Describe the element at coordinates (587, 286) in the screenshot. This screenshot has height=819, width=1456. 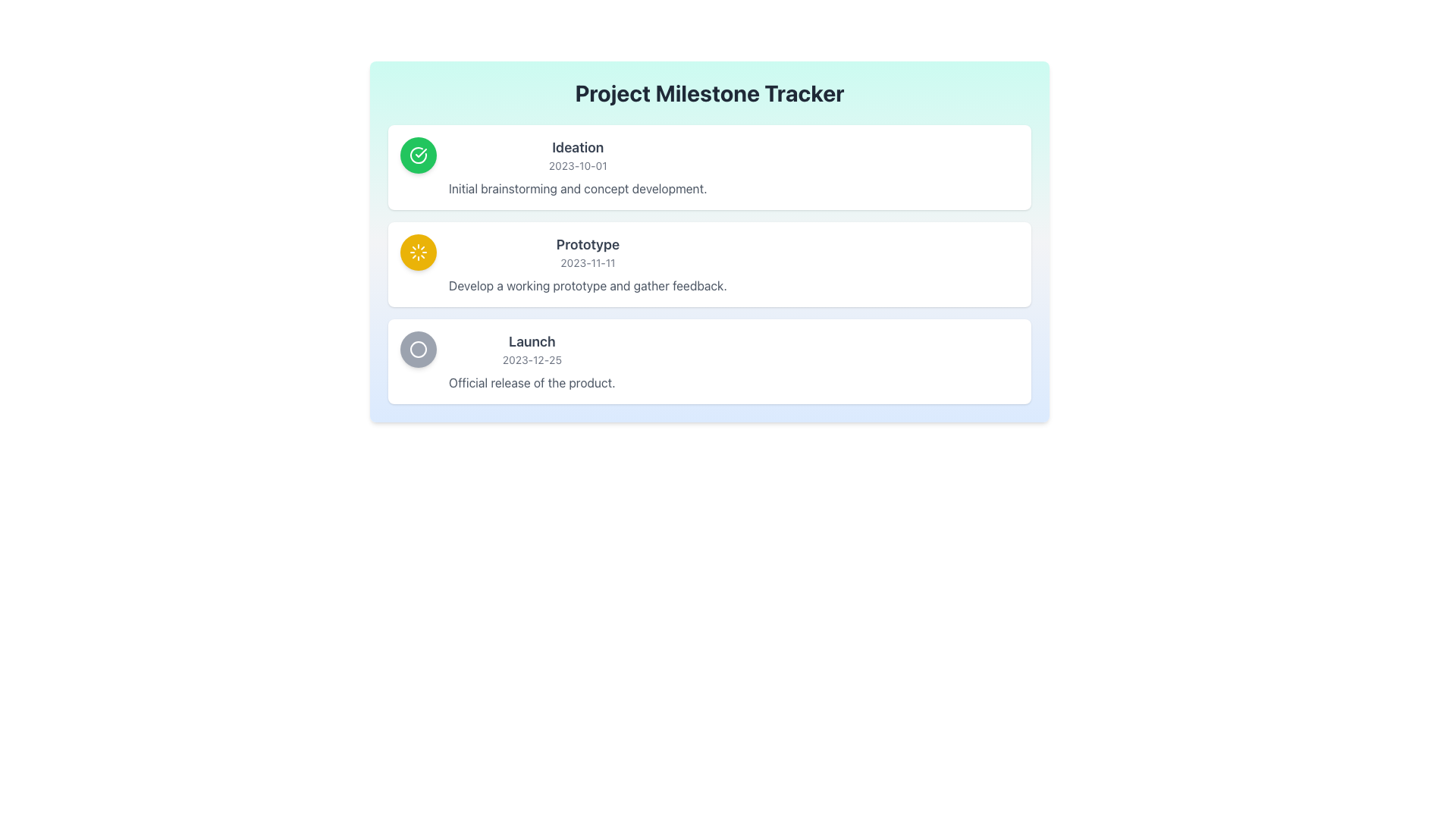
I see `the text element that describes the task or goal related to the 'Prototype' milestone, located below the title 'Prototype' and the date '2023-11-11'` at that location.